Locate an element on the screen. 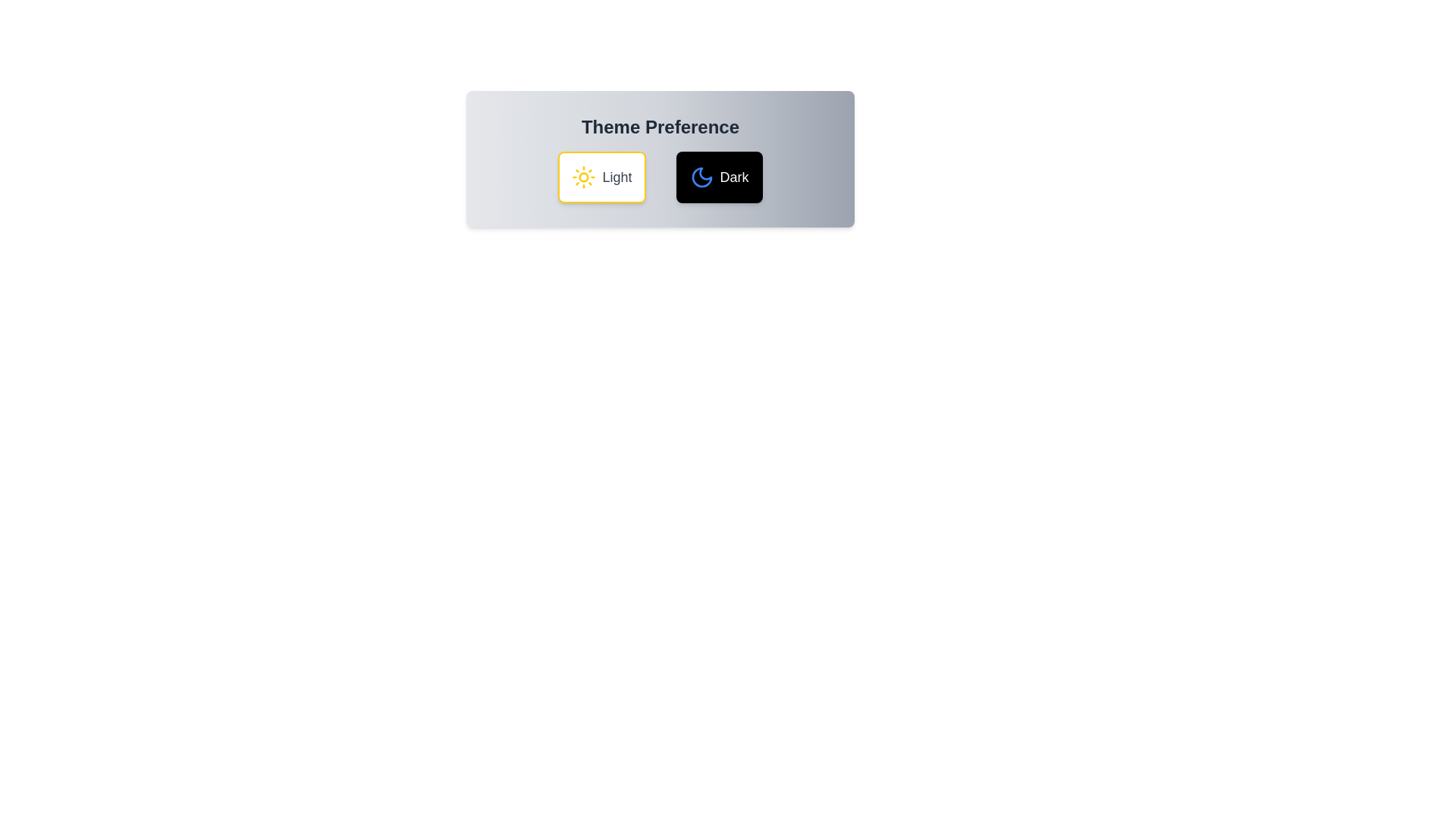  the 'Light' button to set the theme to 'Light' is located at coordinates (601, 177).